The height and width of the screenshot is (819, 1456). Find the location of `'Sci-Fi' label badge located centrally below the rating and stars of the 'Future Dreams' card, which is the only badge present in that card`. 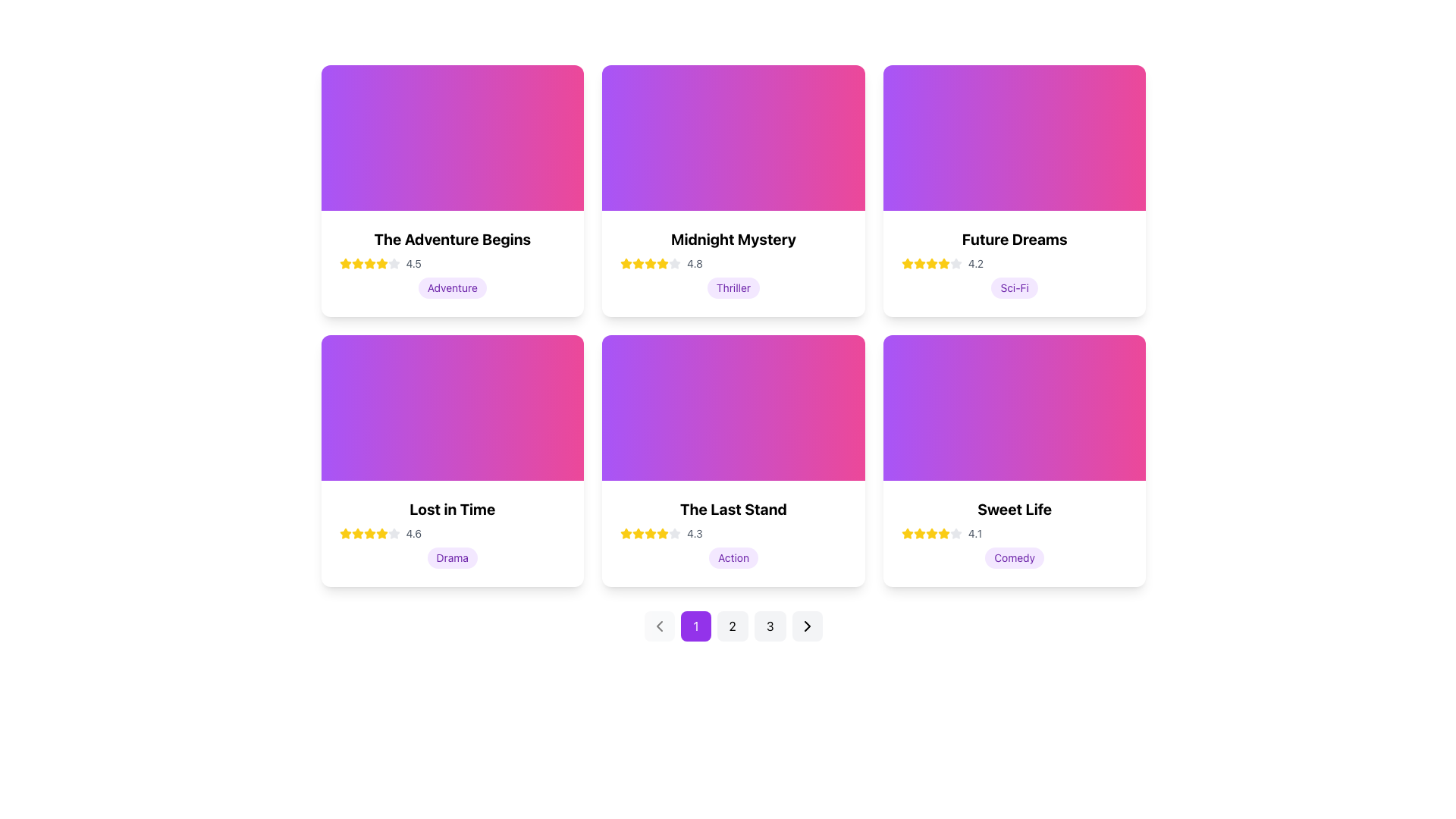

'Sci-Fi' label badge located centrally below the rating and stars of the 'Future Dreams' card, which is the only badge present in that card is located at coordinates (1015, 288).